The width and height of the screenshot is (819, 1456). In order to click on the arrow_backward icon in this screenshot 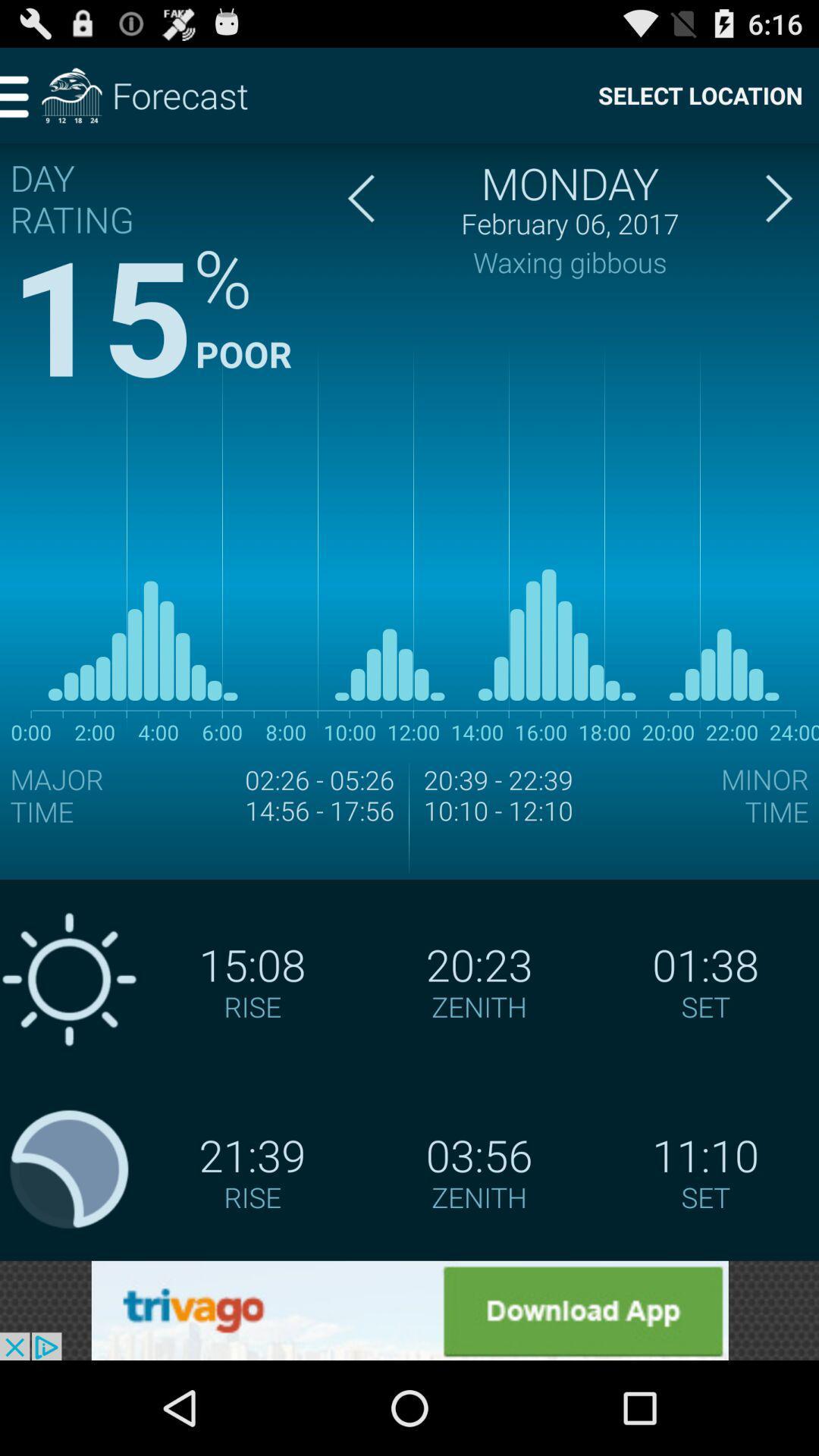, I will do `click(360, 212)`.